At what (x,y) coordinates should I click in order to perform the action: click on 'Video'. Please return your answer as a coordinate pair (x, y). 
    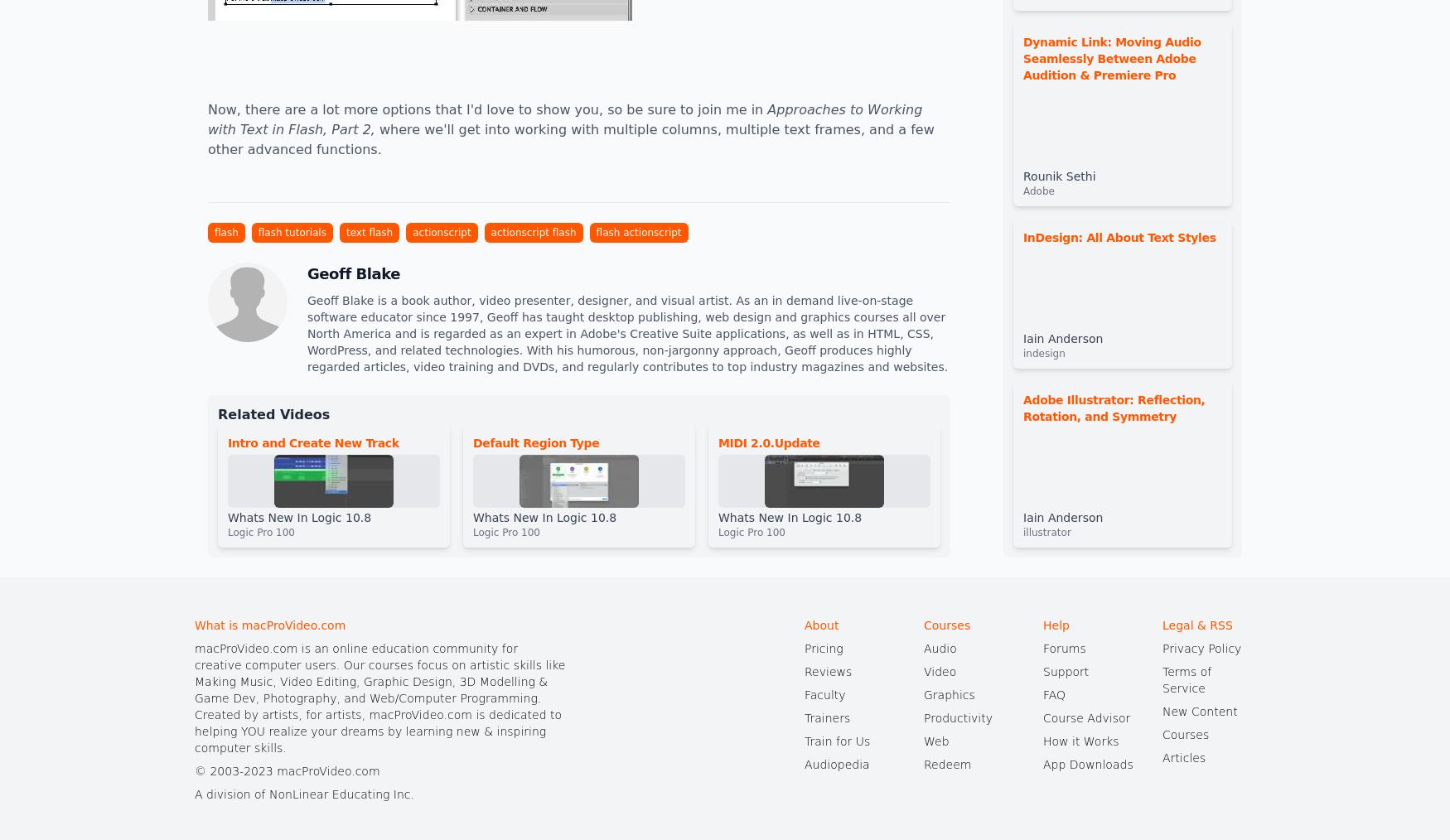
    Looking at the image, I should click on (939, 671).